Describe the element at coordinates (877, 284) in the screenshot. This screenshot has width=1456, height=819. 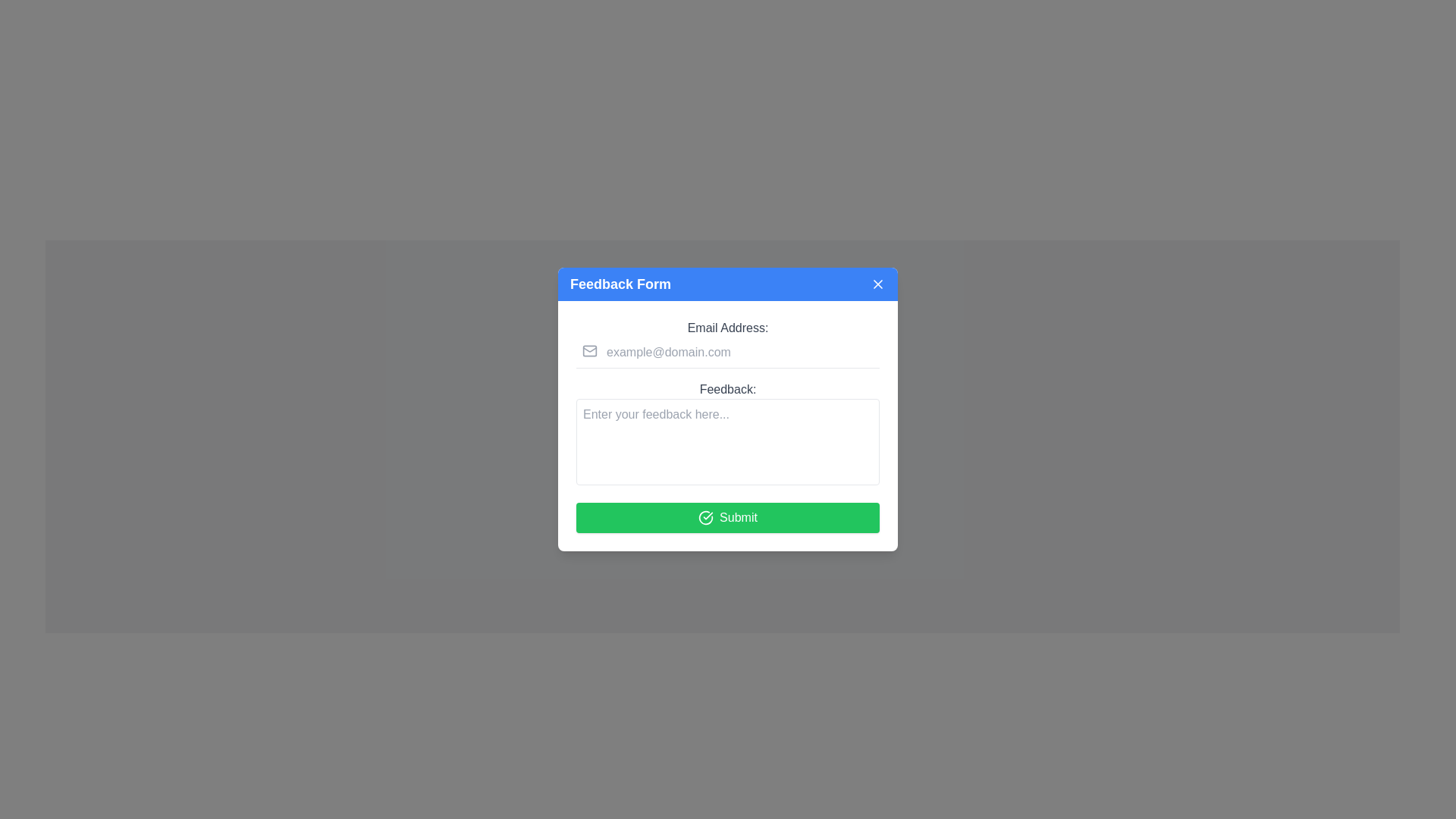
I see `the close button located at the top-right corner of the 'Feedback Form' modal` at that location.